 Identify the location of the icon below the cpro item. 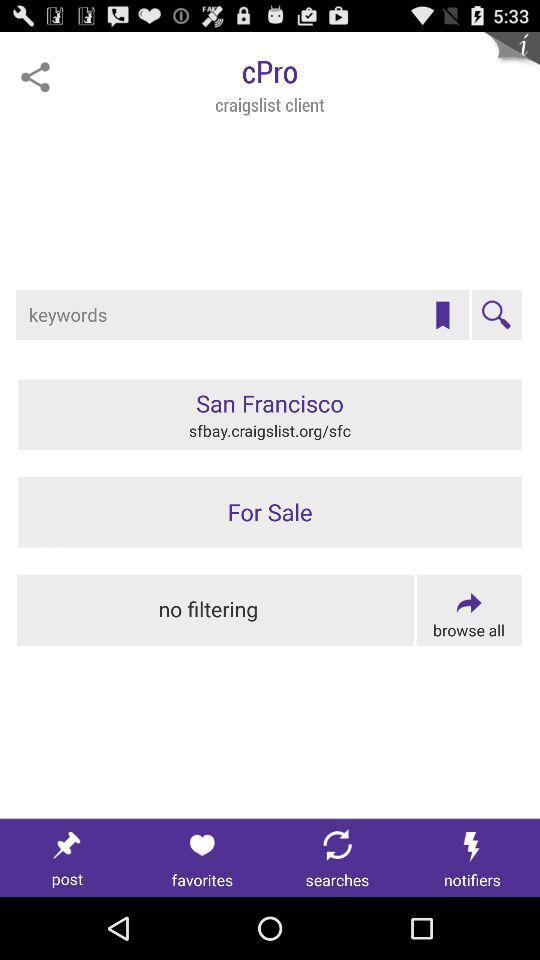
(442, 315).